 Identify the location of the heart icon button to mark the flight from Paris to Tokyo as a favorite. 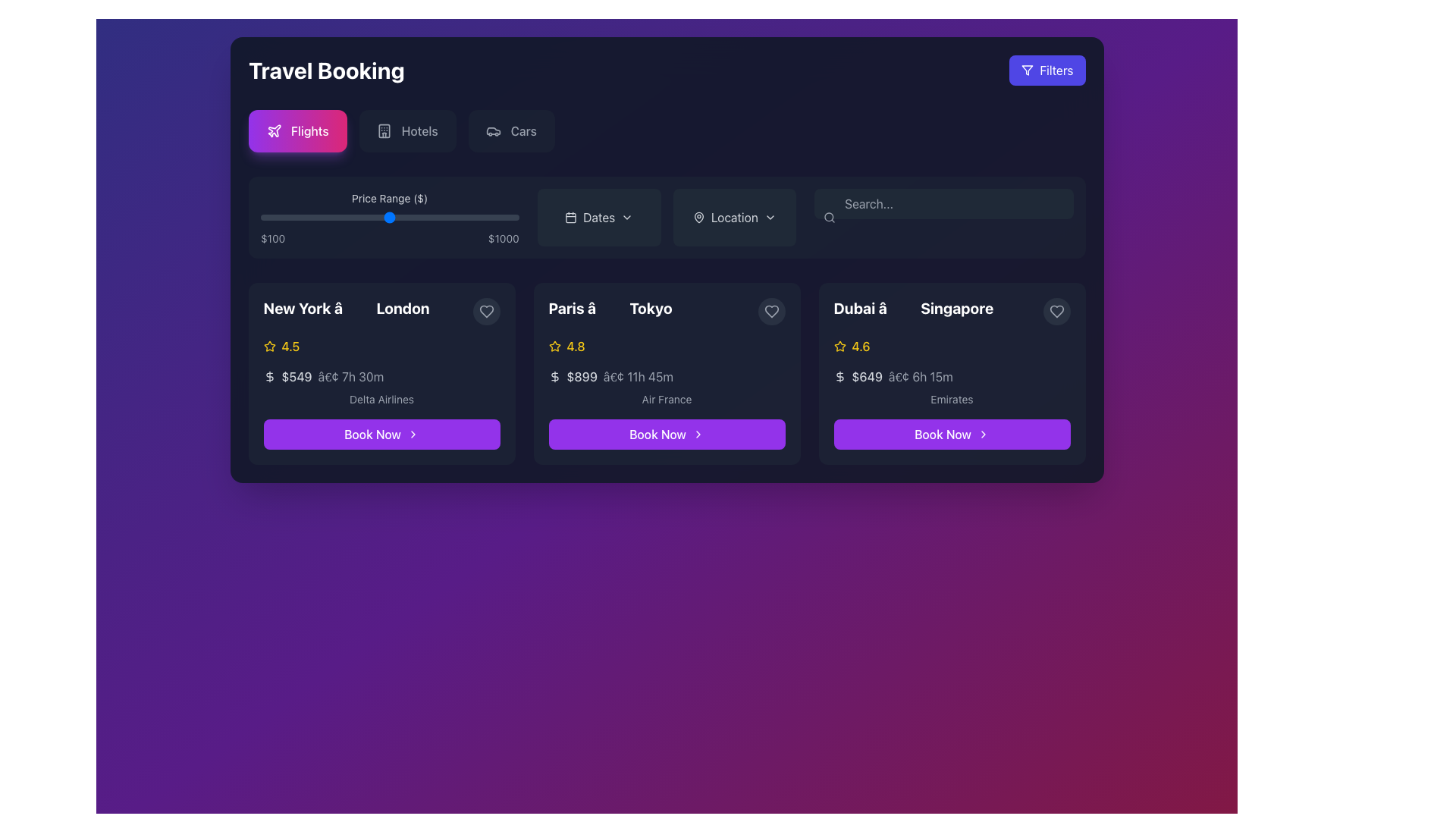
(486, 311).